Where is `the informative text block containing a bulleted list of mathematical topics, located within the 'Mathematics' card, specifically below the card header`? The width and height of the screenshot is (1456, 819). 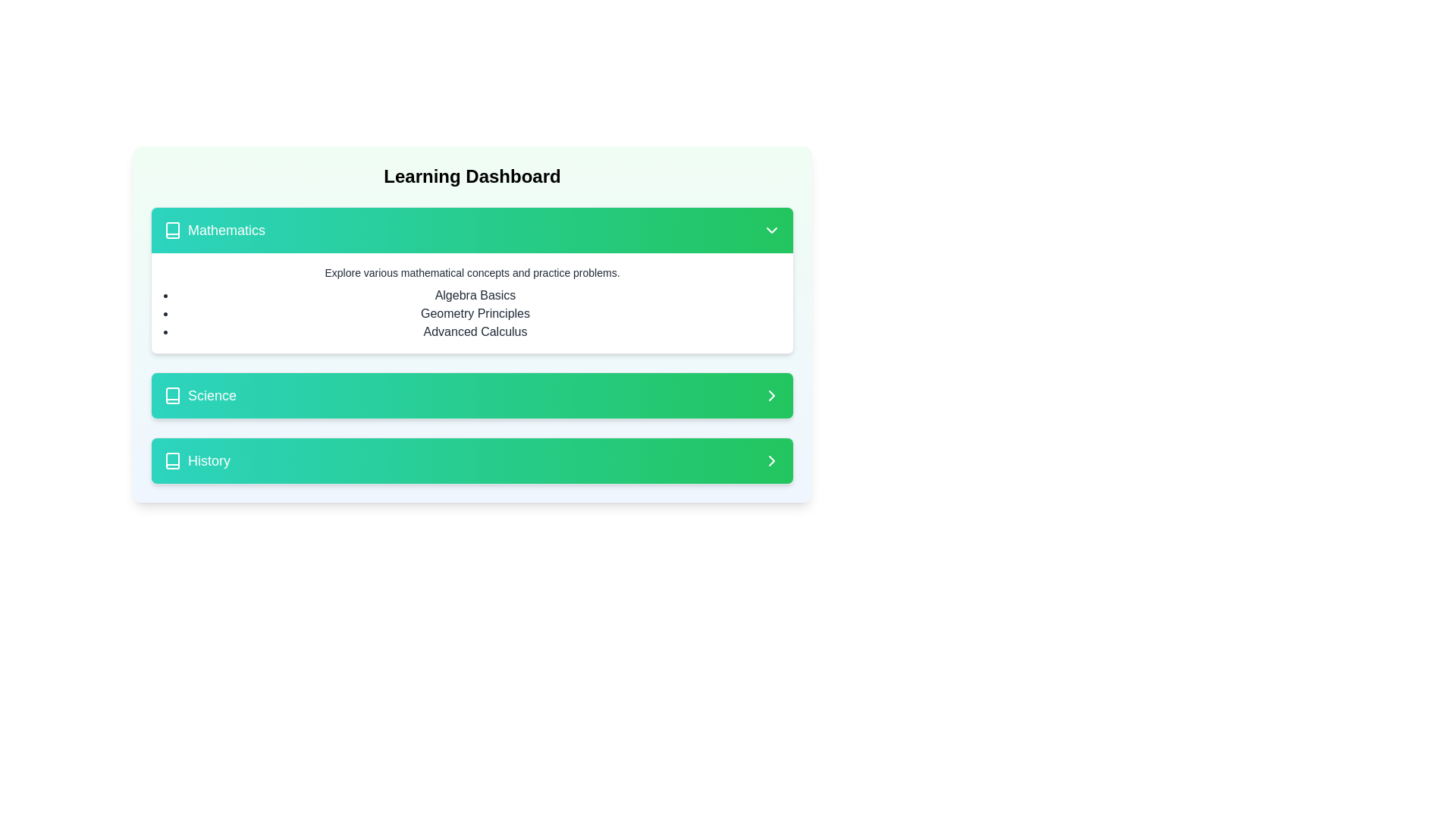
the informative text block containing a bulleted list of mathematical topics, located within the 'Mathematics' card, specifically below the card header is located at coordinates (472, 303).